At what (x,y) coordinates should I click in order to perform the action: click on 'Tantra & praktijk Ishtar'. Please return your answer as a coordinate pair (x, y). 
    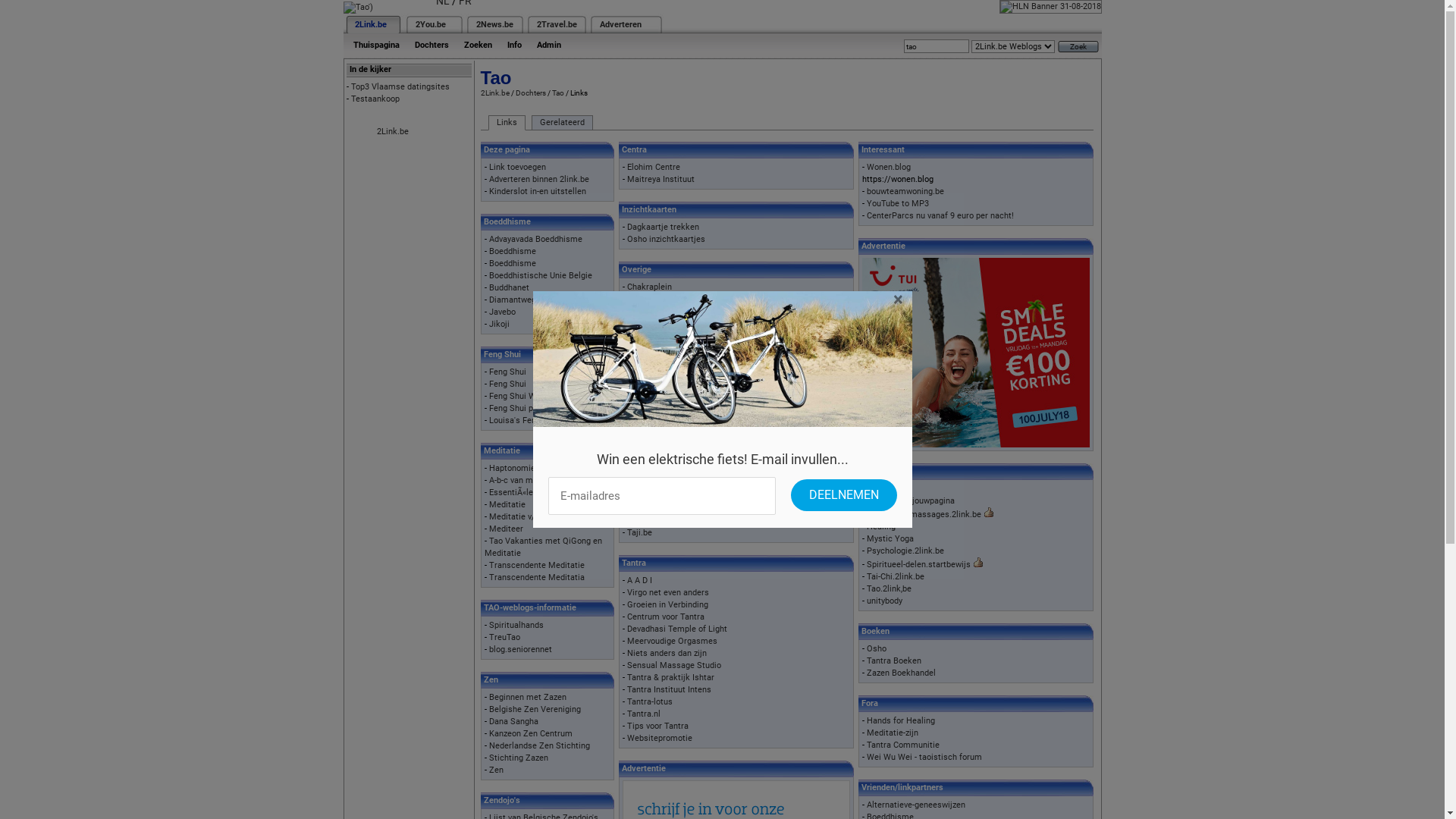
    Looking at the image, I should click on (669, 676).